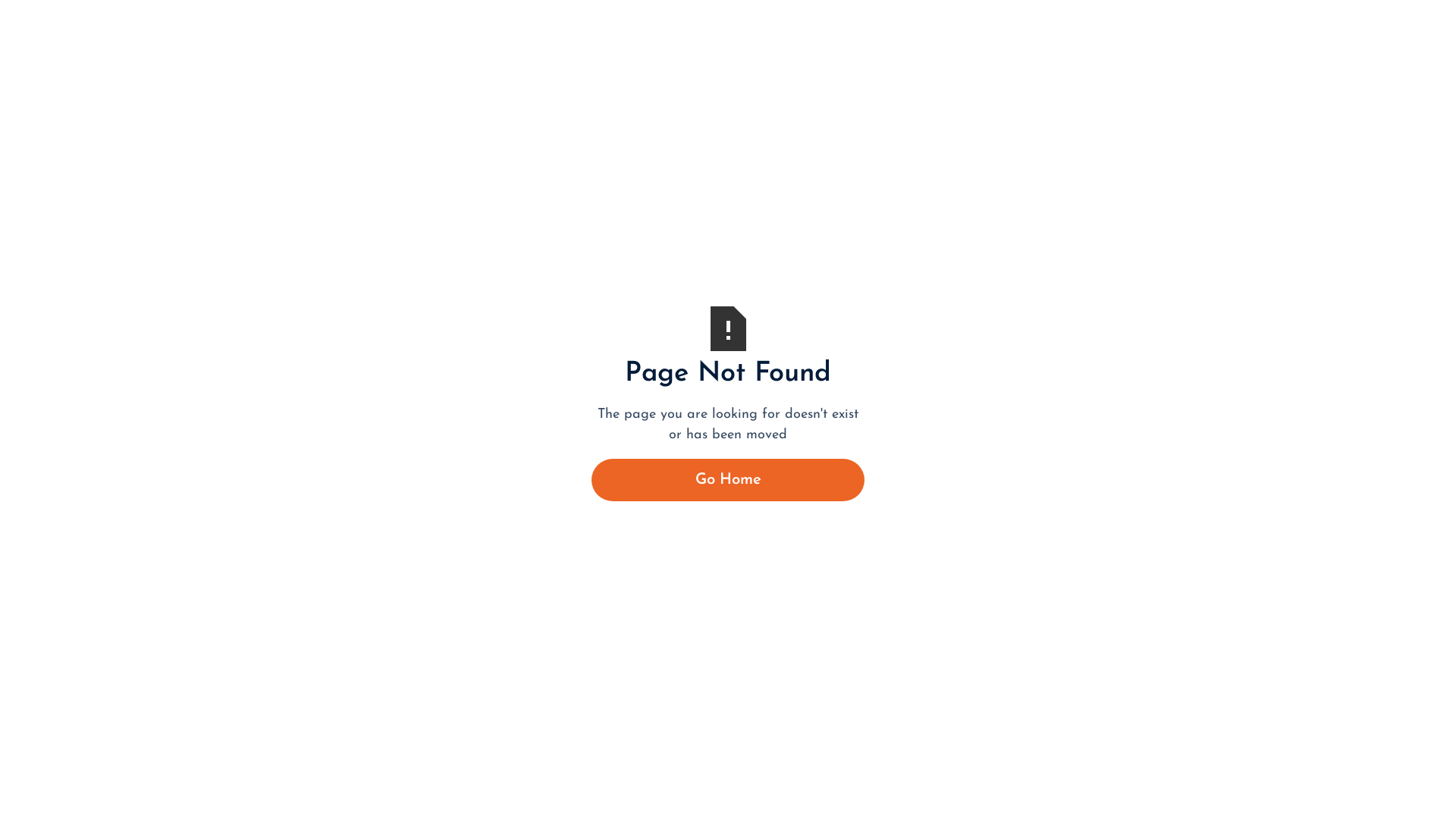 Image resolution: width=1456 pixels, height=819 pixels. What do you see at coordinates (728, 479) in the screenshot?
I see `'Go Home'` at bounding box center [728, 479].